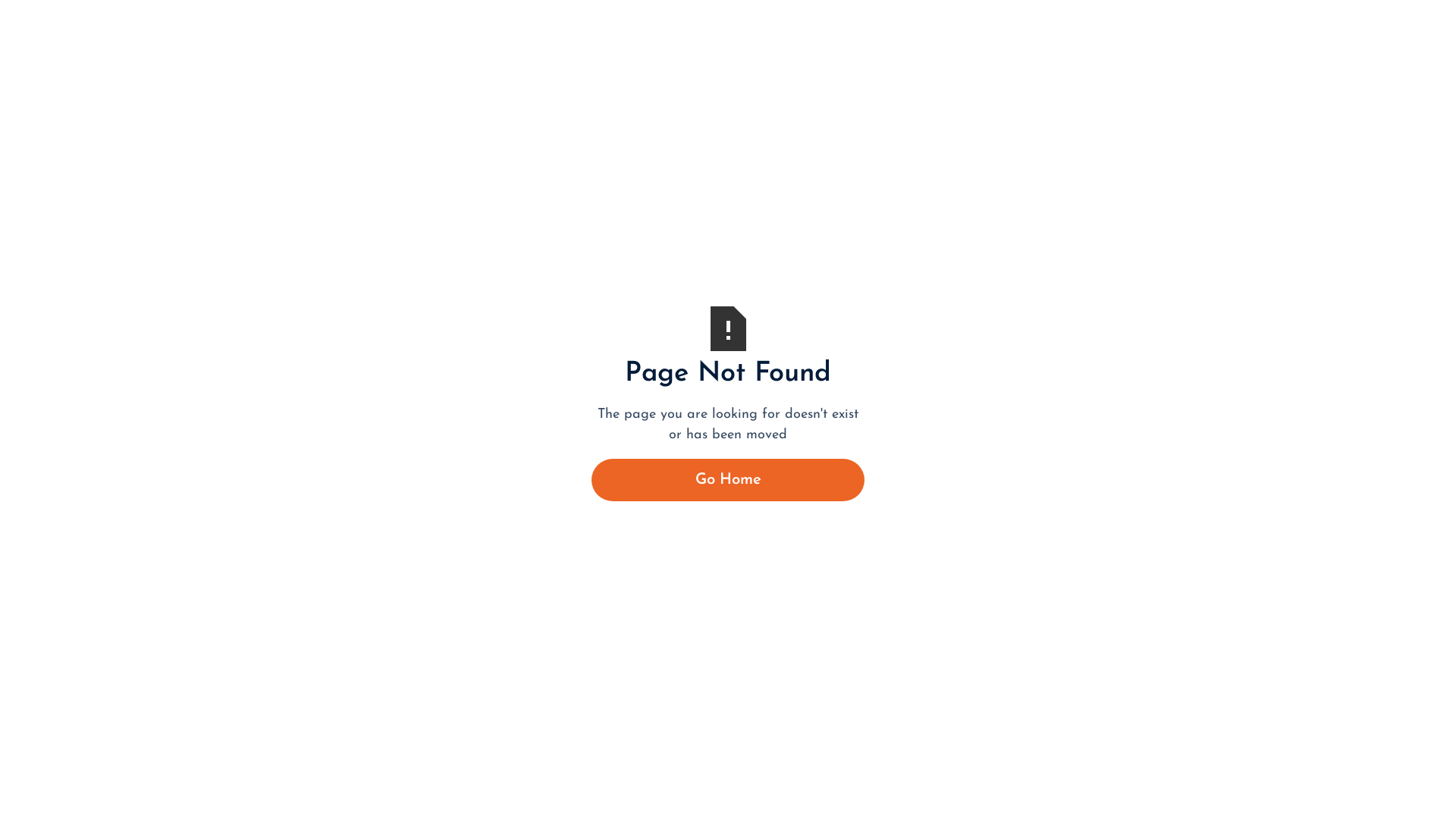 Image resolution: width=1456 pixels, height=819 pixels. What do you see at coordinates (728, 479) in the screenshot?
I see `'Go Home'` at bounding box center [728, 479].